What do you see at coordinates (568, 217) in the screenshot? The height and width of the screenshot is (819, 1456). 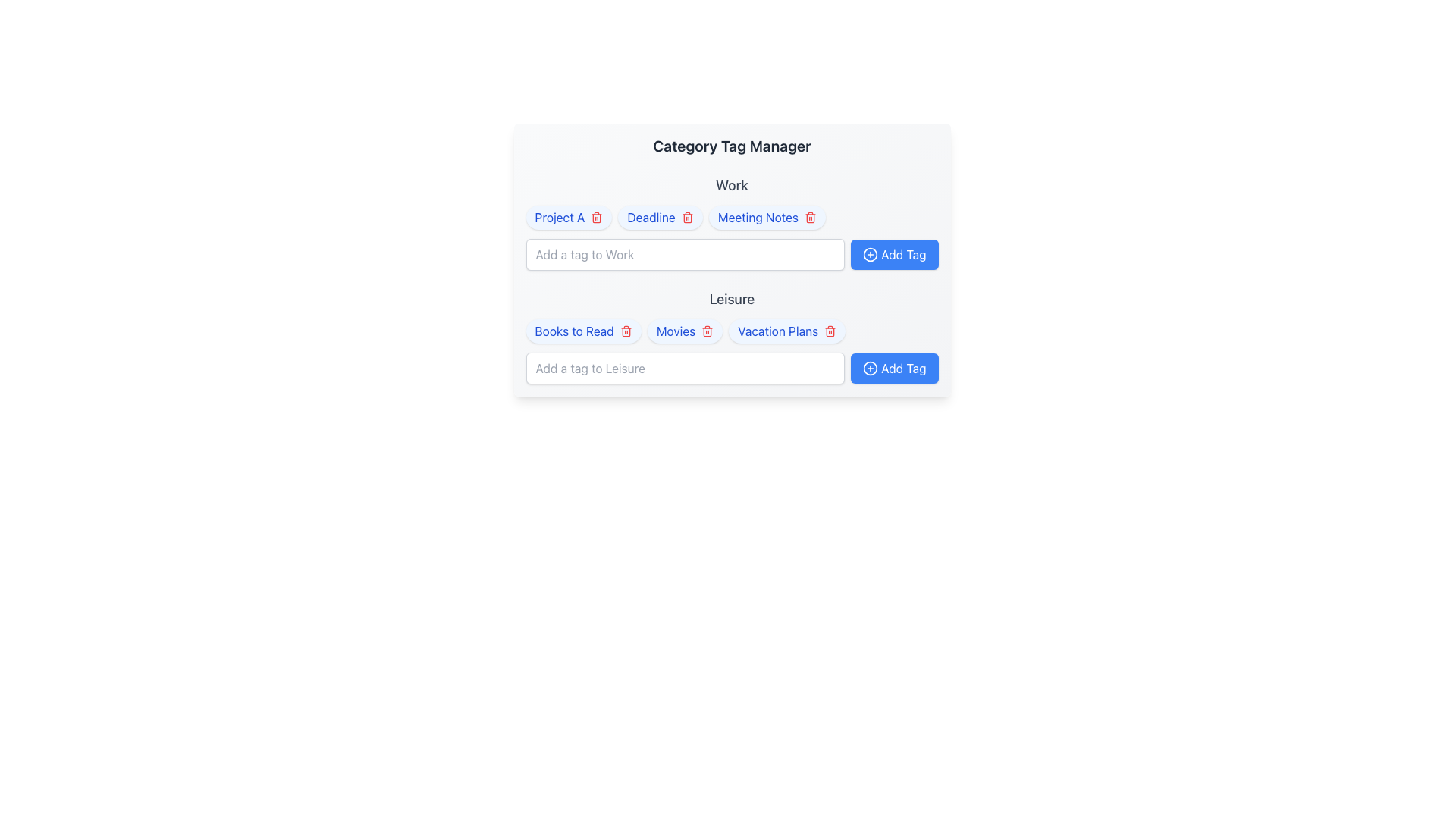 I see `the interactive badge labeled 'Project A' with a light blue background and a red trash icon in the 'Category Tag Manager' interface` at bounding box center [568, 217].